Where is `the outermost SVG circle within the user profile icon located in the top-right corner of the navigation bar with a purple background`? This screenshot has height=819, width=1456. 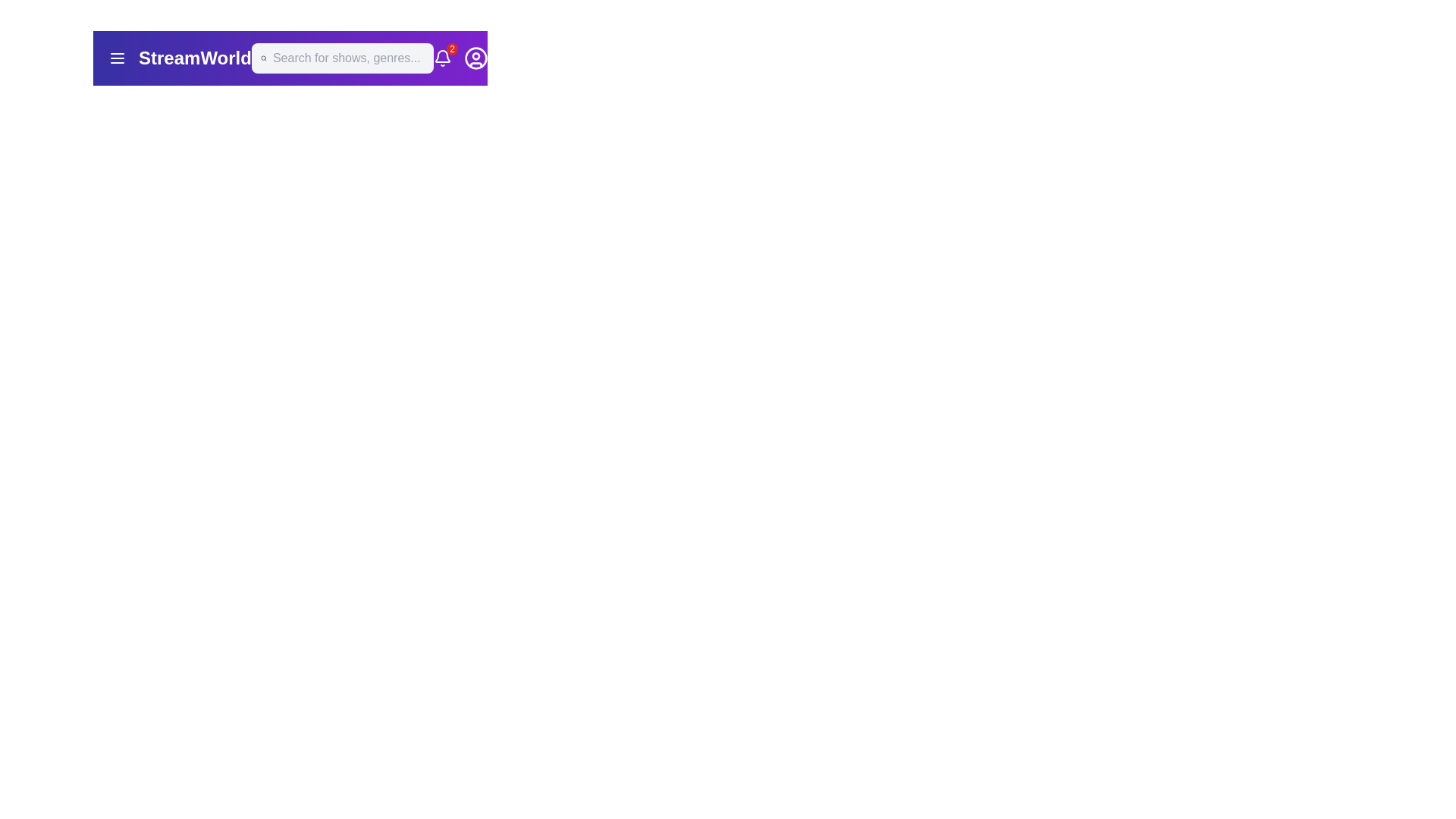 the outermost SVG circle within the user profile icon located in the top-right corner of the navigation bar with a purple background is located at coordinates (475, 58).